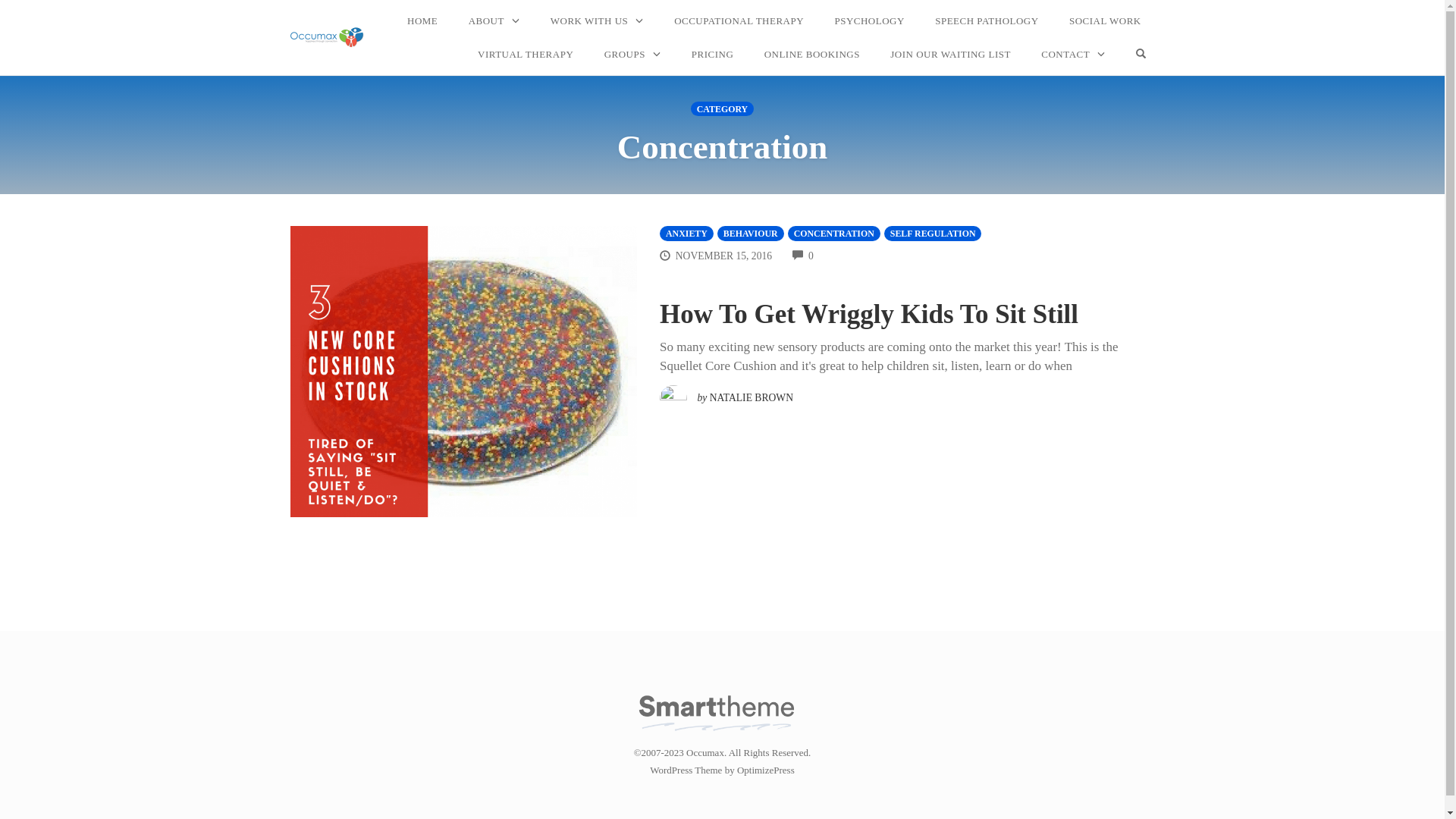  I want to click on 'JOIN OUR WAITING LIST', so click(949, 54).